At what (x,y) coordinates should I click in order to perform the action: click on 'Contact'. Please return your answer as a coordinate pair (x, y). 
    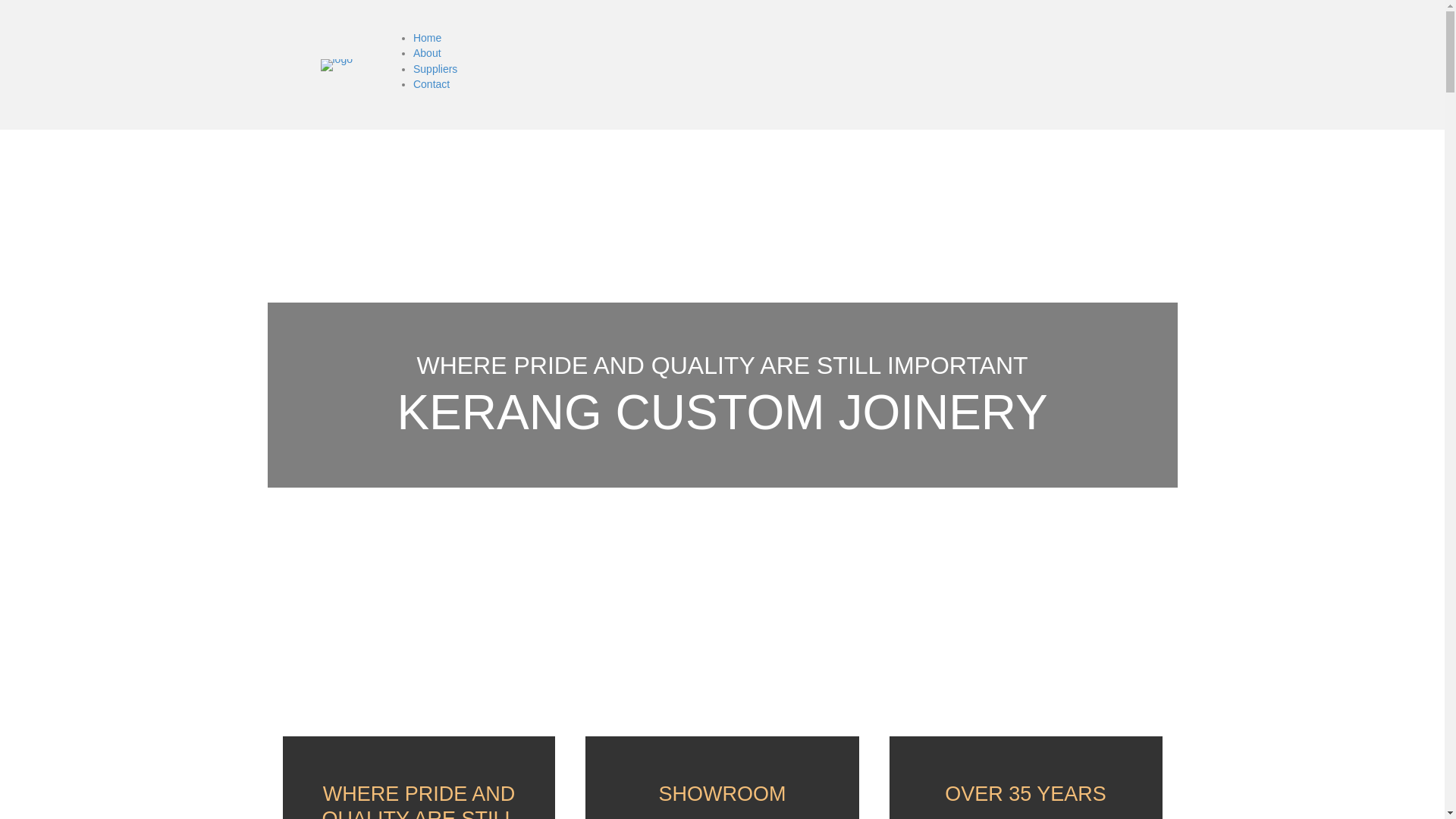
    Looking at the image, I should click on (431, 84).